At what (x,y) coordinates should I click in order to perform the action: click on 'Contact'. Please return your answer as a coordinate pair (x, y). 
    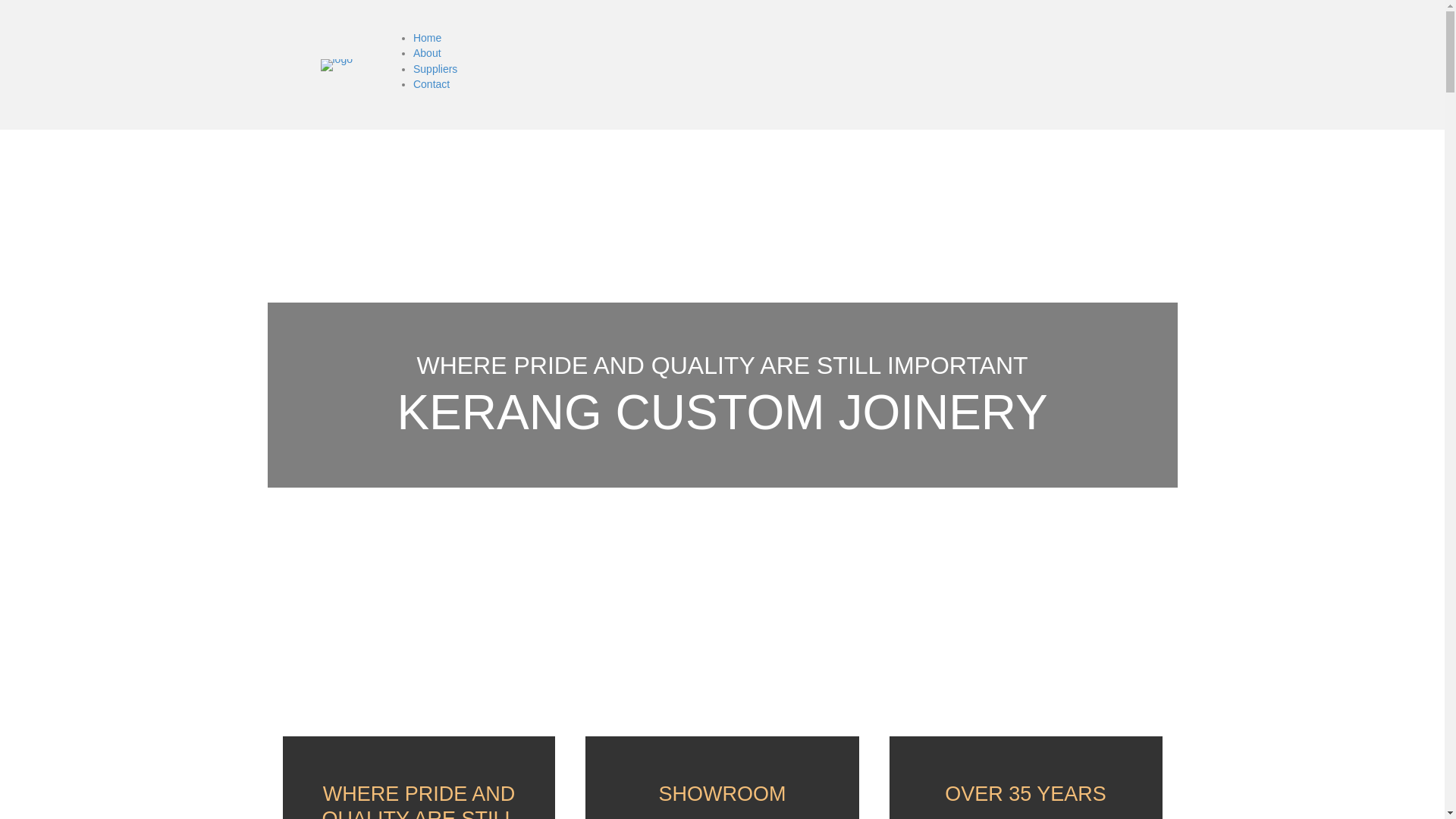
    Looking at the image, I should click on (431, 84).